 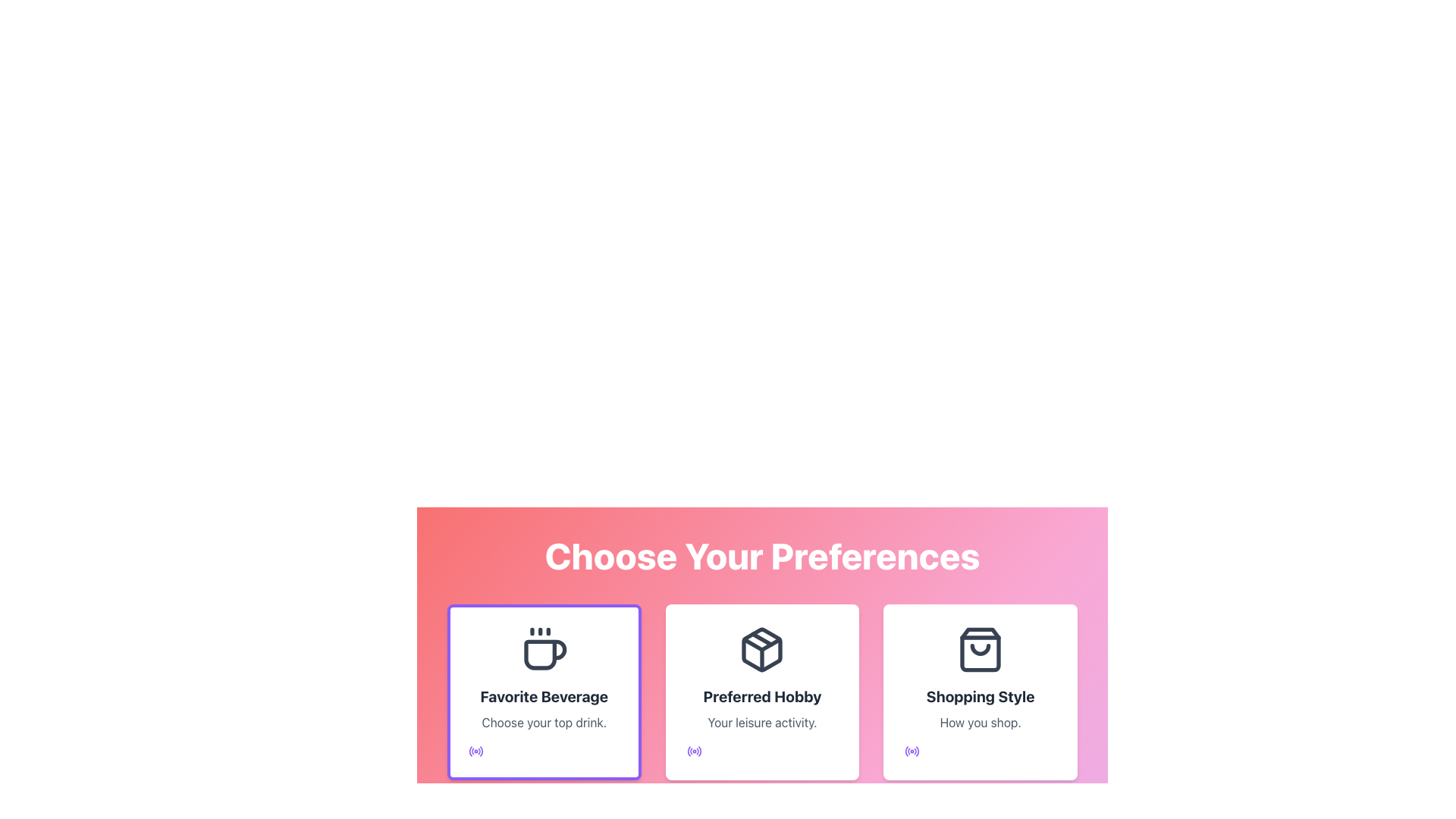 I want to click on SVG properties of the diagonal line within the cube icon on the 'Preferred Hobby' card by clicking on its center point, so click(x=762, y=639).